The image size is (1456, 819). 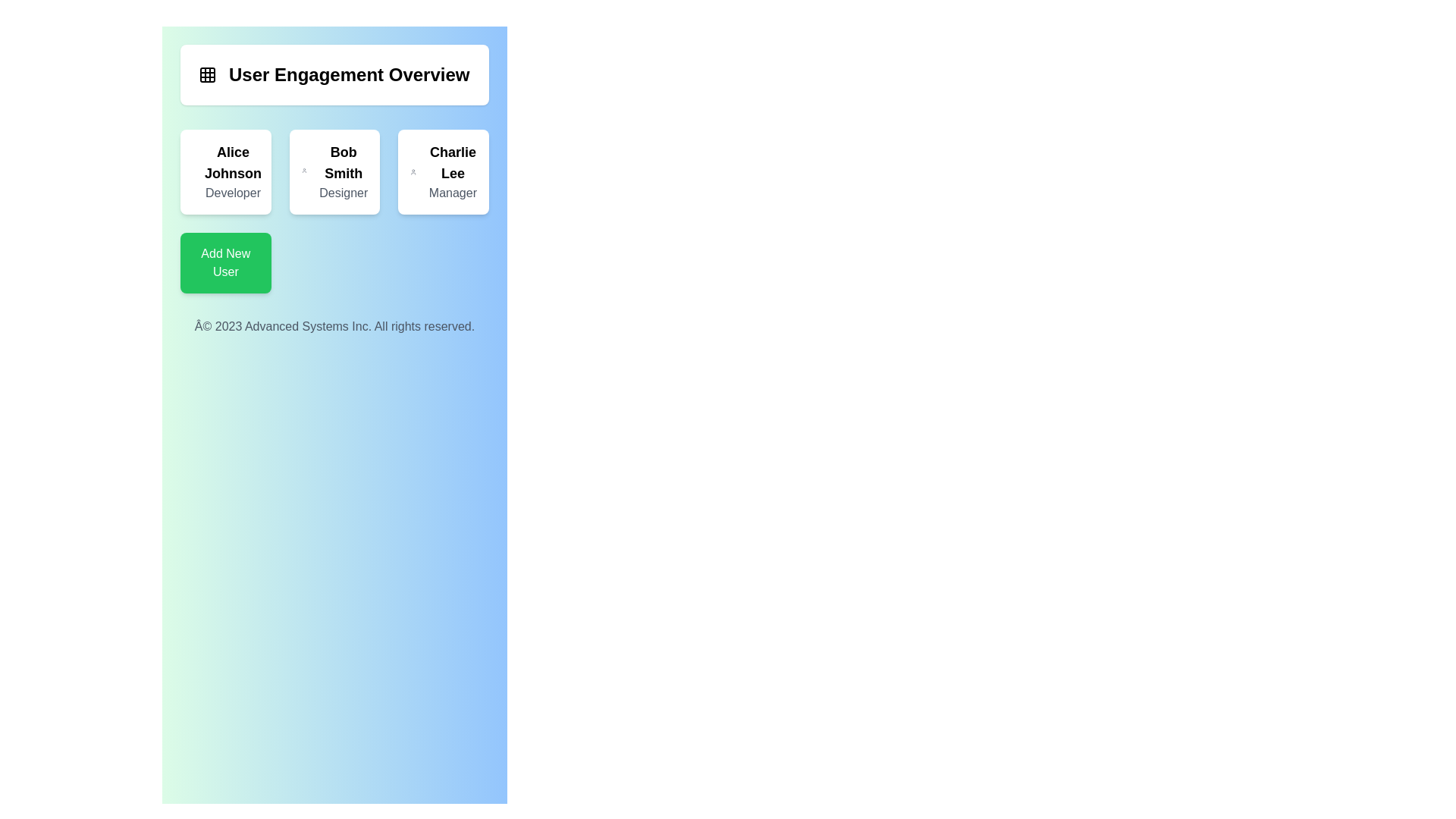 What do you see at coordinates (206, 75) in the screenshot?
I see `the small icon depicting a 3x3 grid layout located to the left of the header text 'User Engagement Overview'` at bounding box center [206, 75].